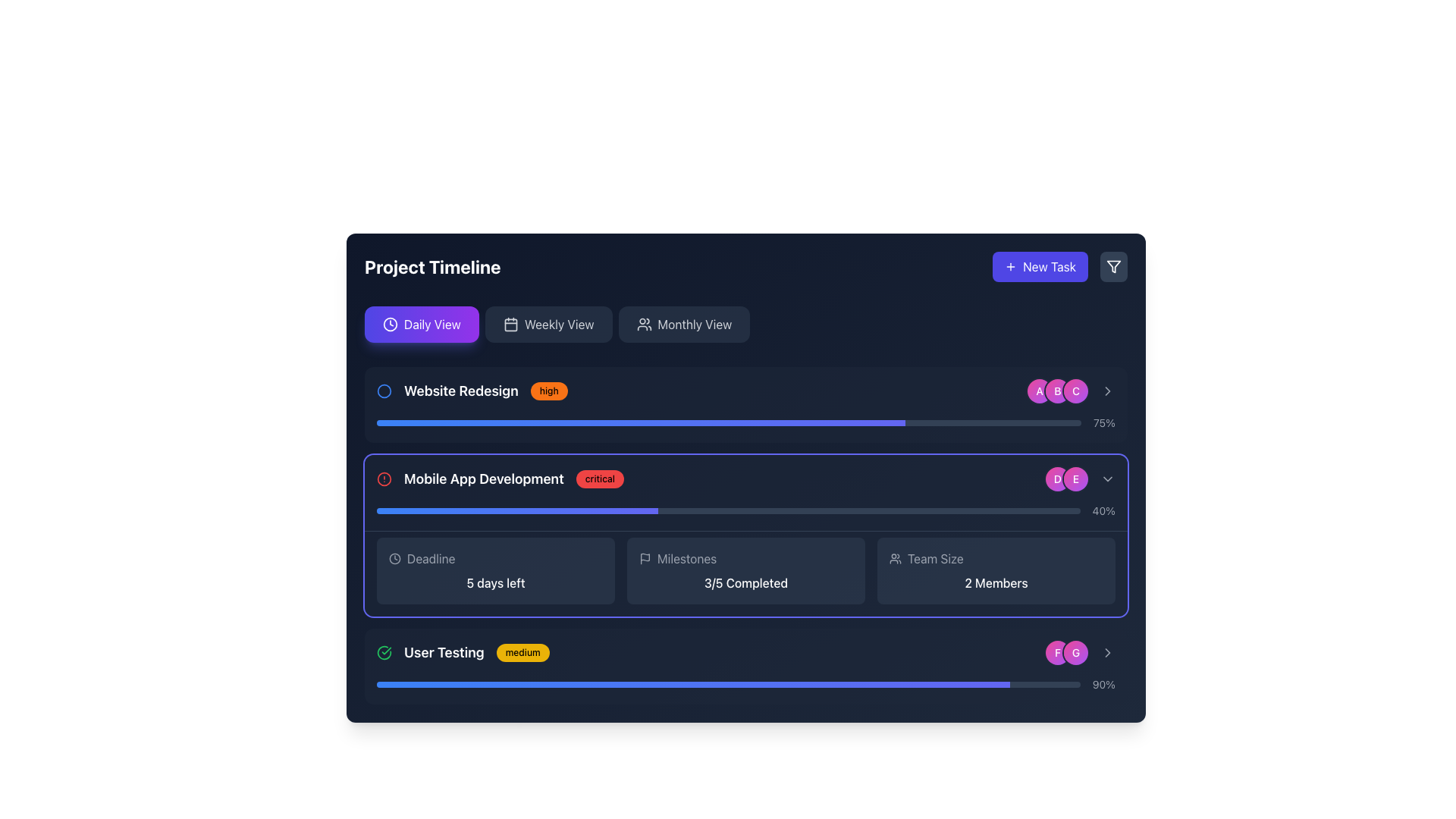 The width and height of the screenshot is (1456, 819). Describe the element at coordinates (1113, 265) in the screenshot. I see `the funnel or filter icon located in the top-right corner of the interface, adjacent to the 'New Task' button` at that location.